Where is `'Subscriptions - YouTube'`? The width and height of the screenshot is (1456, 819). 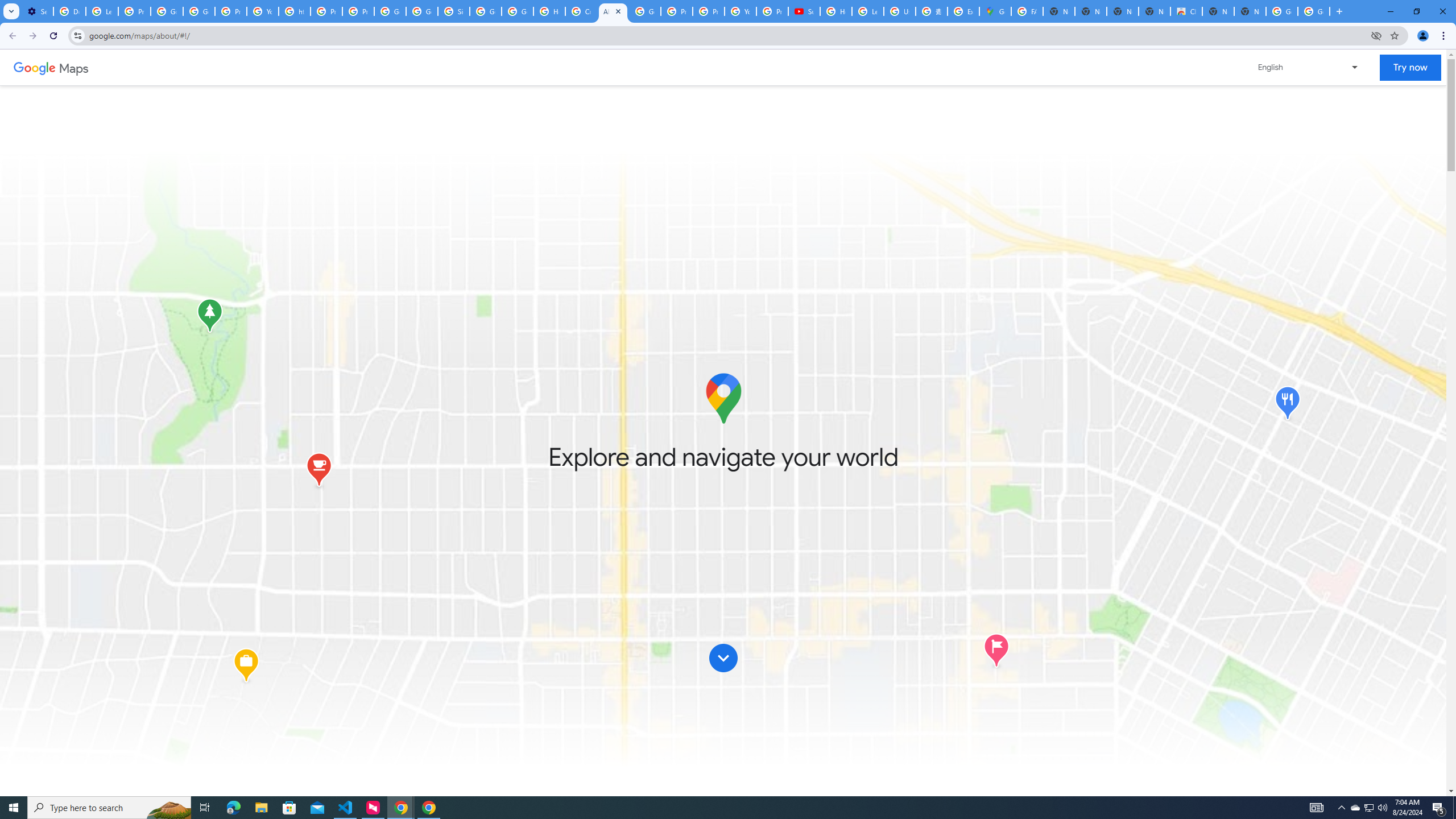 'Subscriptions - YouTube' is located at coordinates (804, 11).